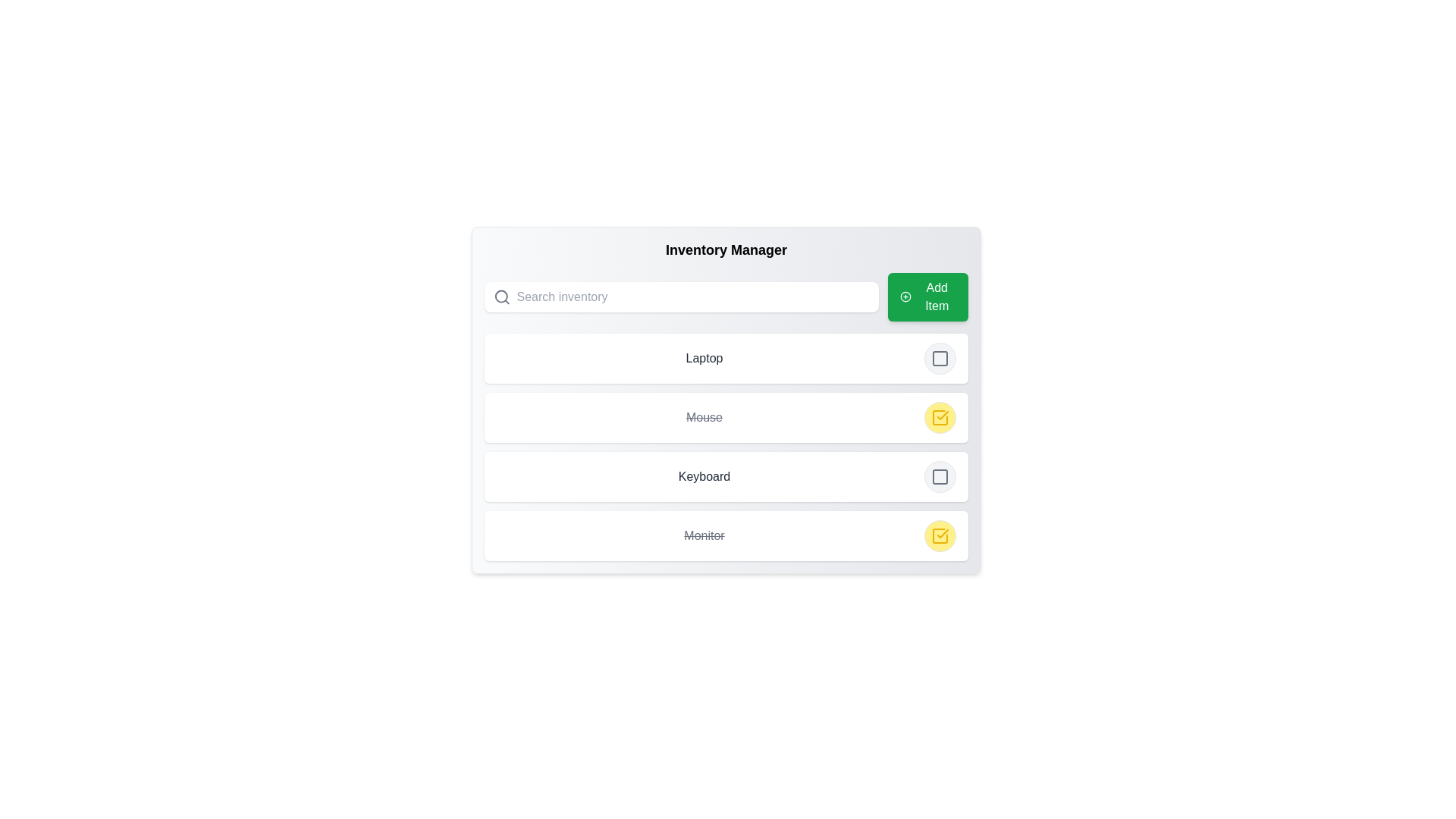 The image size is (1456, 819). I want to click on the small gray search icon styled as a magnifying glass, located at the left end of the search bar preceding the placeholder text 'Search inventory', so click(502, 297).